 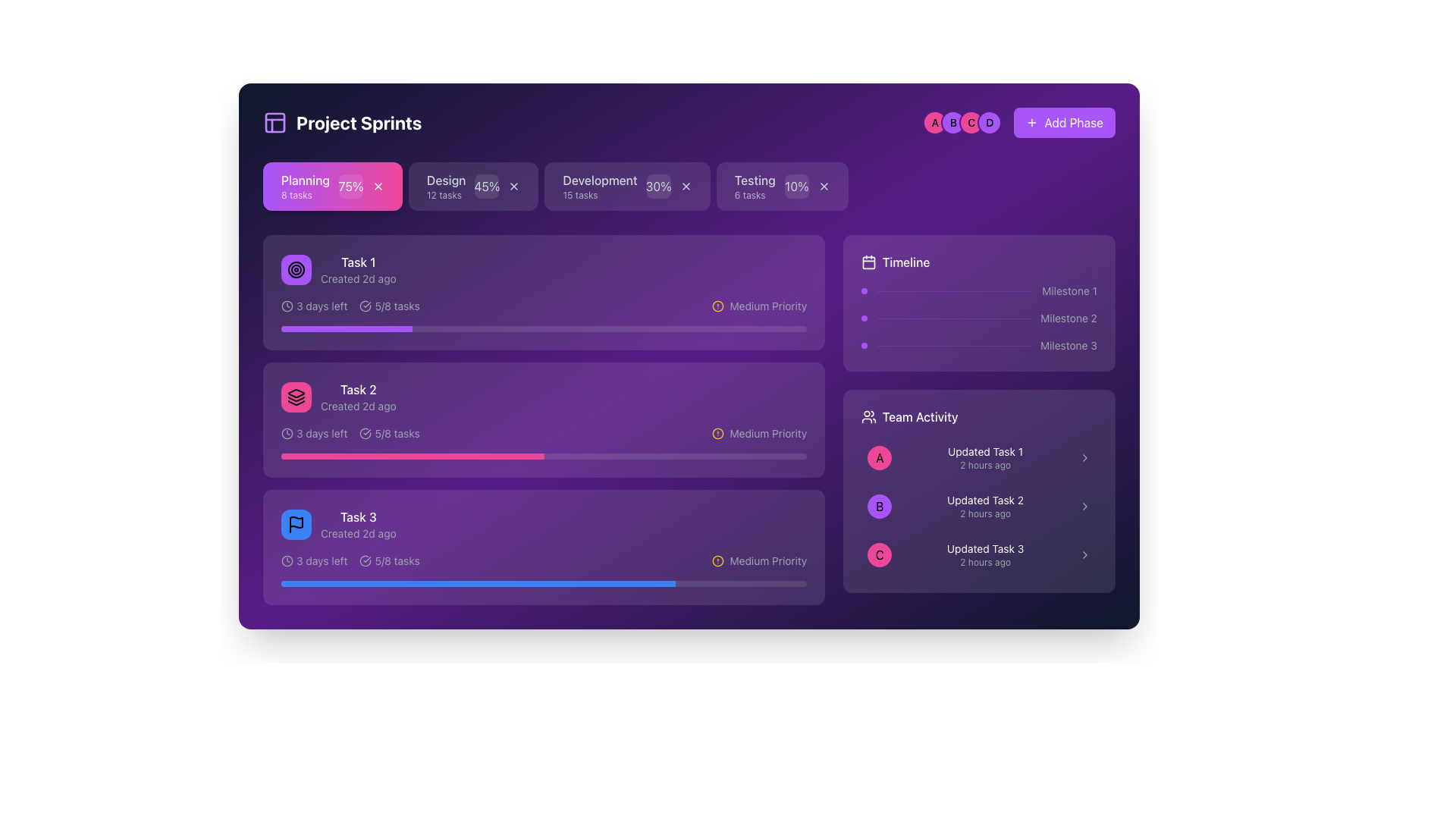 What do you see at coordinates (413, 455) in the screenshot?
I see `the colored portion of the progress bar indicating half completion for 'Task 2'` at bounding box center [413, 455].